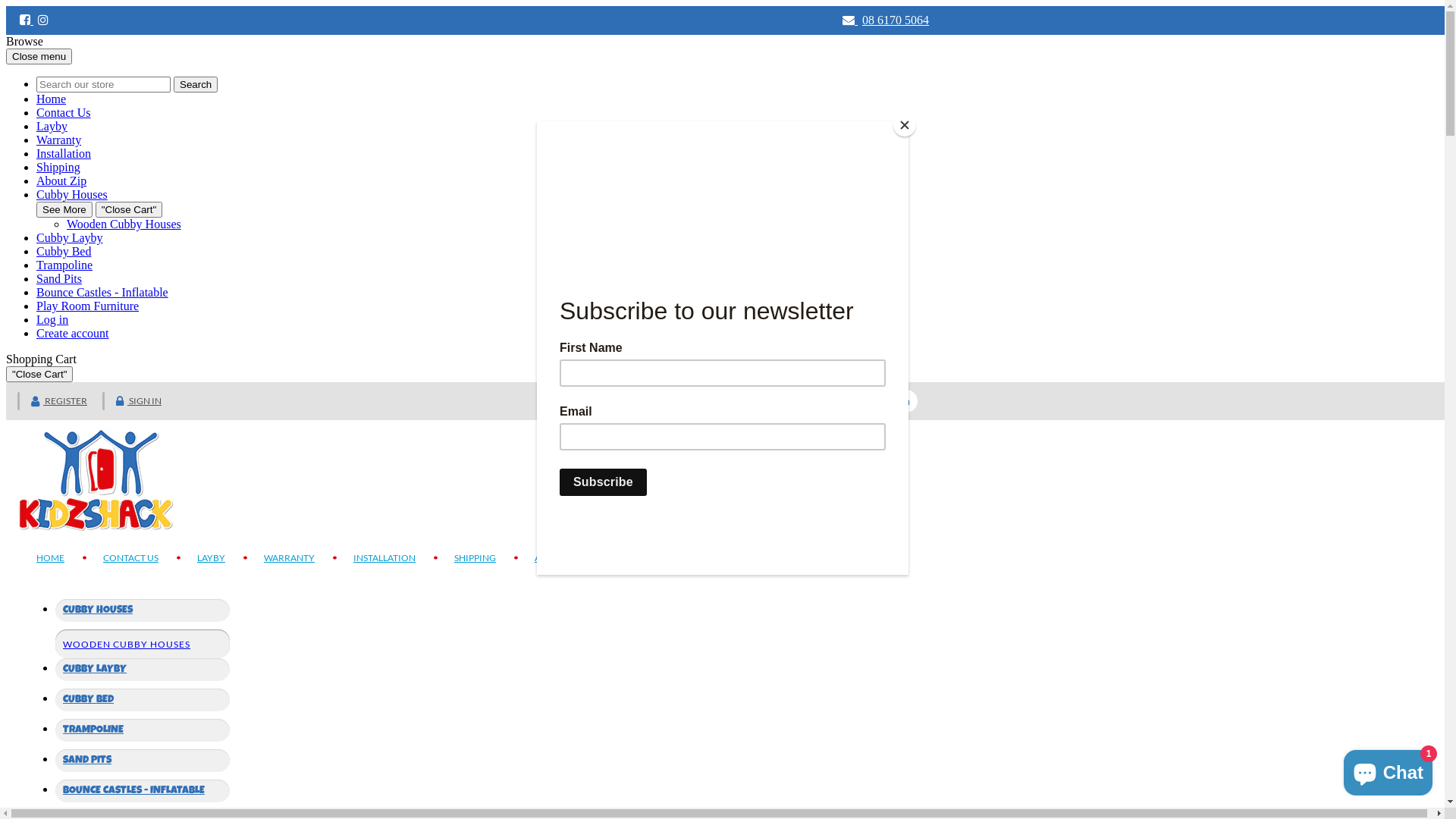 The width and height of the screenshot is (1456, 819). Describe the element at coordinates (86, 306) in the screenshot. I see `'Play Room Furniture'` at that location.